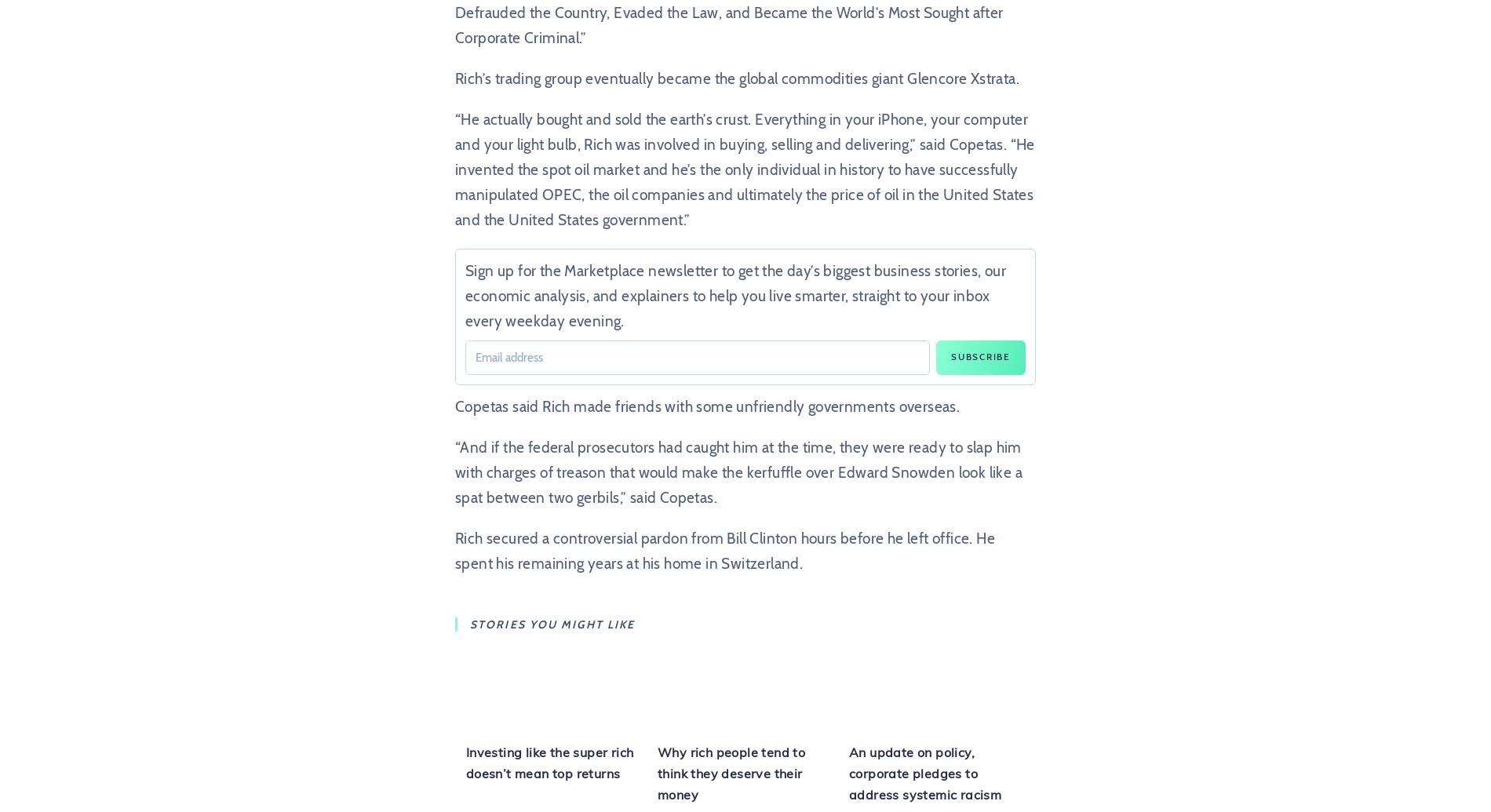  What do you see at coordinates (549, 762) in the screenshot?
I see `'Investing like the super rich doesn’t mean top returns'` at bounding box center [549, 762].